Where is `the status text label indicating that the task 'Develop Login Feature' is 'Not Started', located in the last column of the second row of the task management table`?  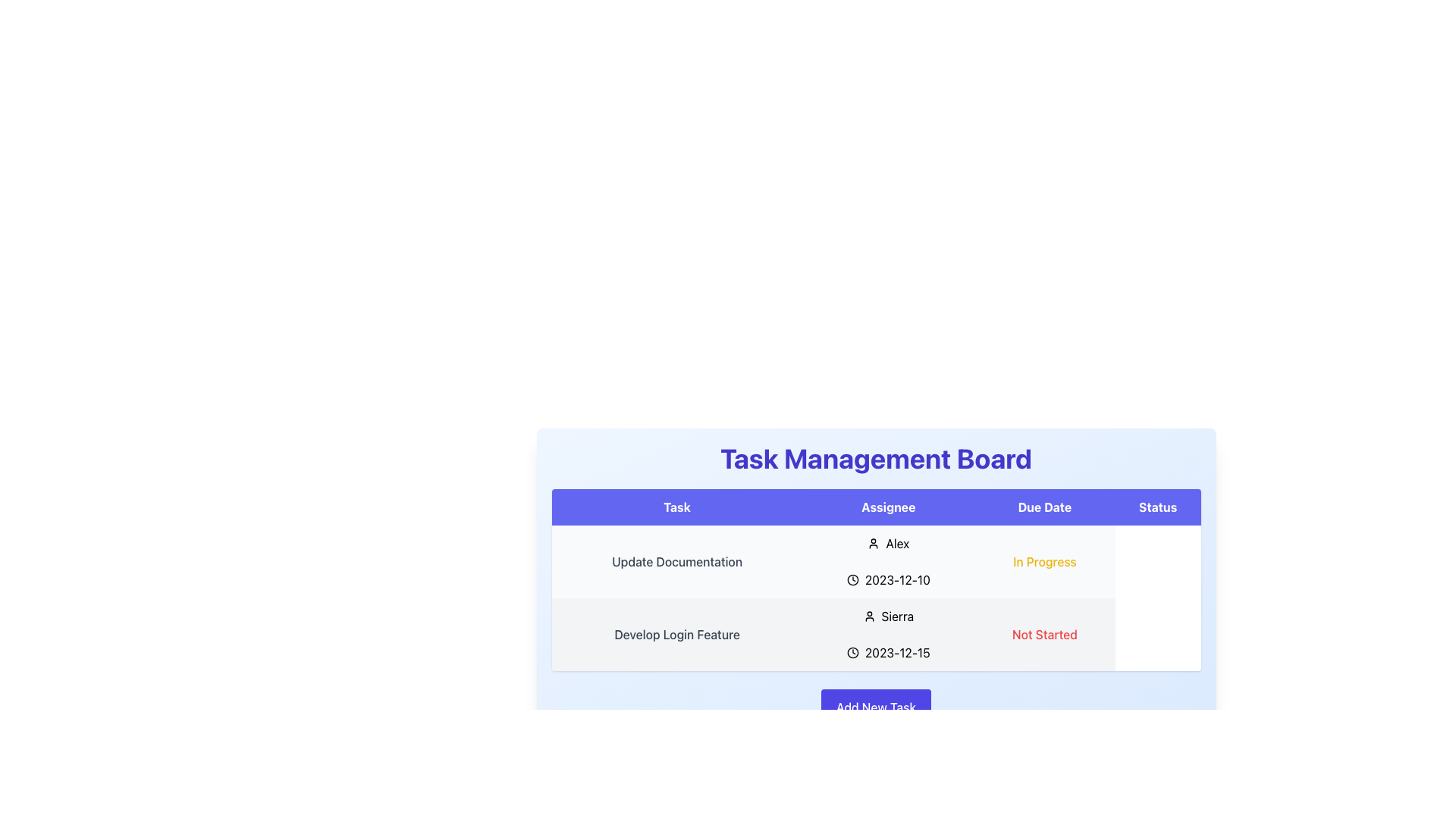 the status text label indicating that the task 'Develop Login Feature' is 'Not Started', located in the last column of the second row of the task management table is located at coordinates (1043, 635).